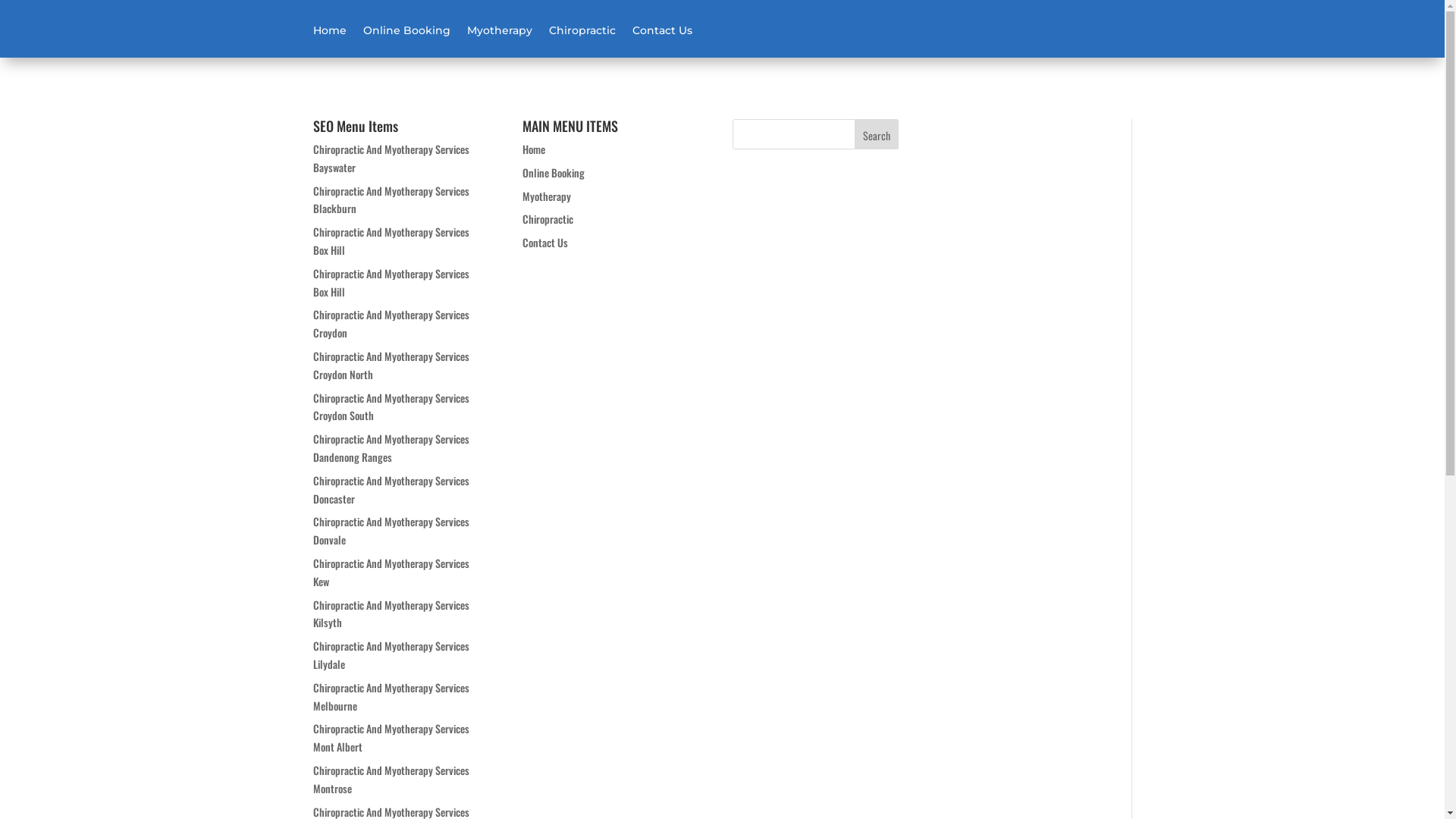 The height and width of the screenshot is (819, 1456). Describe the element at coordinates (390, 654) in the screenshot. I see `'Chiropractic And Myotherapy Services Lilydale'` at that location.